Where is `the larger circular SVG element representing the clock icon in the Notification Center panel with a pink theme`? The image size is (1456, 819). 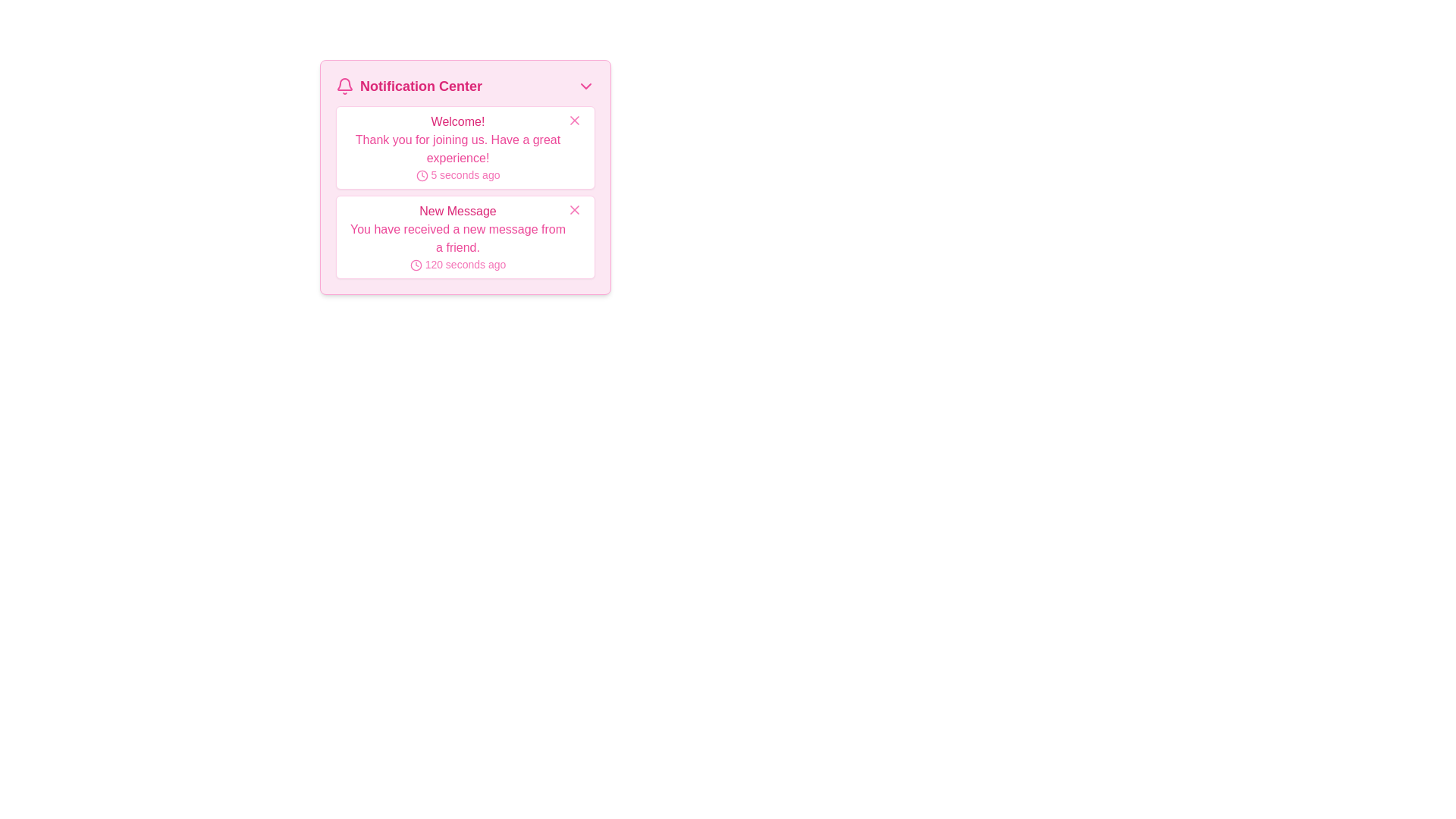 the larger circular SVG element representing the clock icon in the Notification Center panel with a pink theme is located at coordinates (416, 265).